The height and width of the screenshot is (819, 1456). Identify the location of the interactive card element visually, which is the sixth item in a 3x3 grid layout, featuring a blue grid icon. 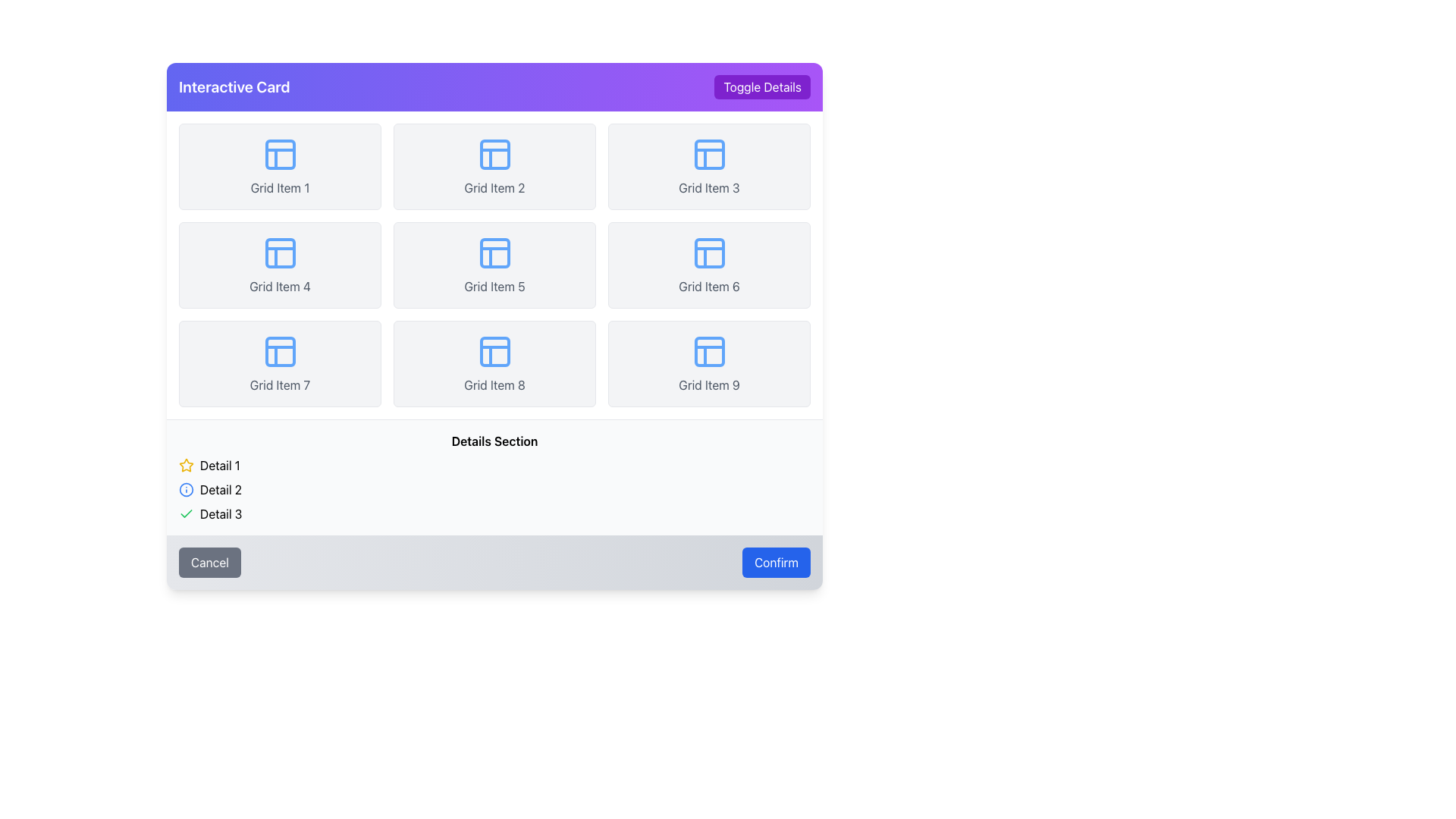
(708, 265).